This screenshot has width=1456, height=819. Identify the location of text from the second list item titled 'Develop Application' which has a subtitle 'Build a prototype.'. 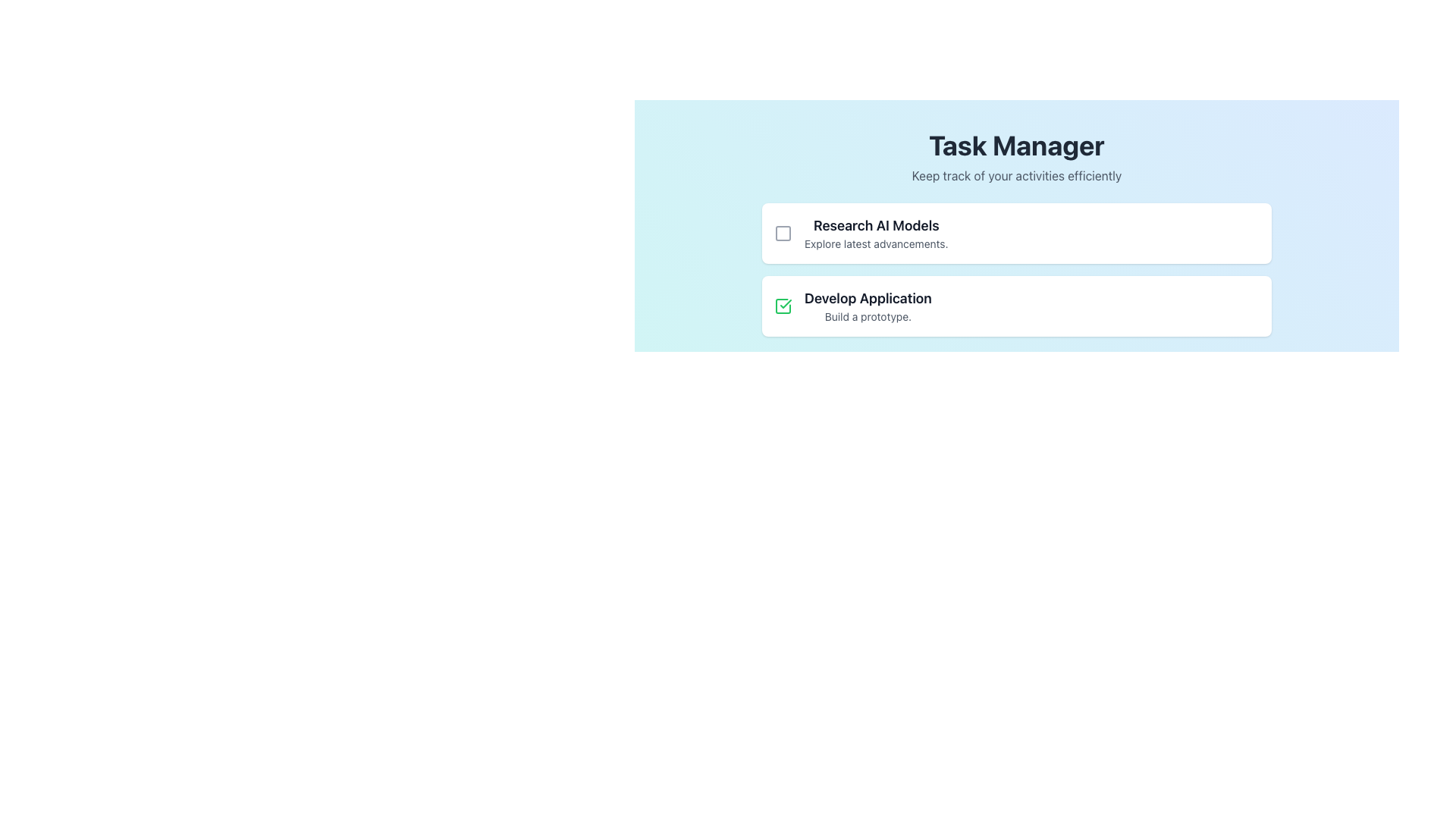
(868, 306).